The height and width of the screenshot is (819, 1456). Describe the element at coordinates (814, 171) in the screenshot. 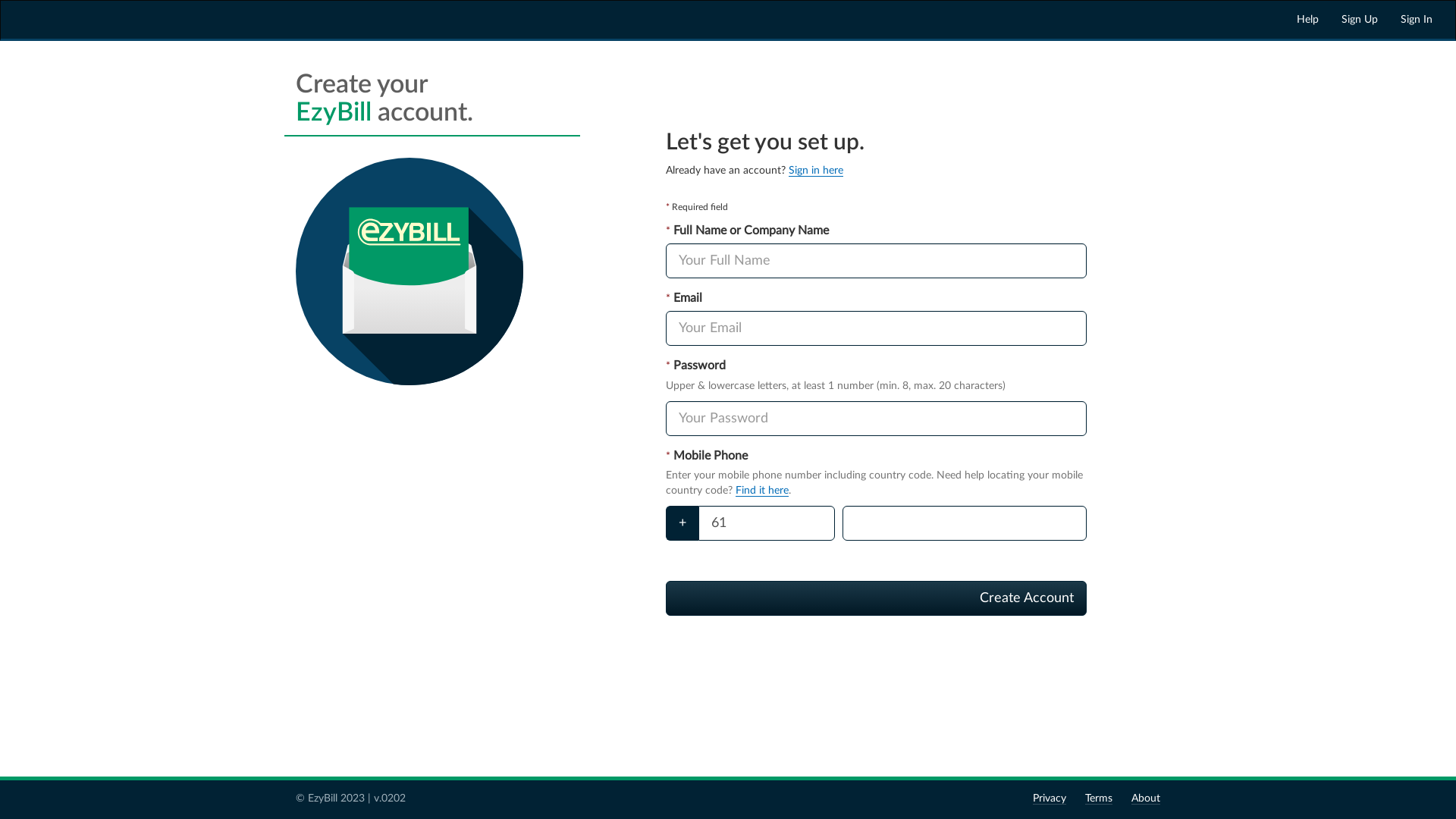

I see `'Sign in here'` at that location.